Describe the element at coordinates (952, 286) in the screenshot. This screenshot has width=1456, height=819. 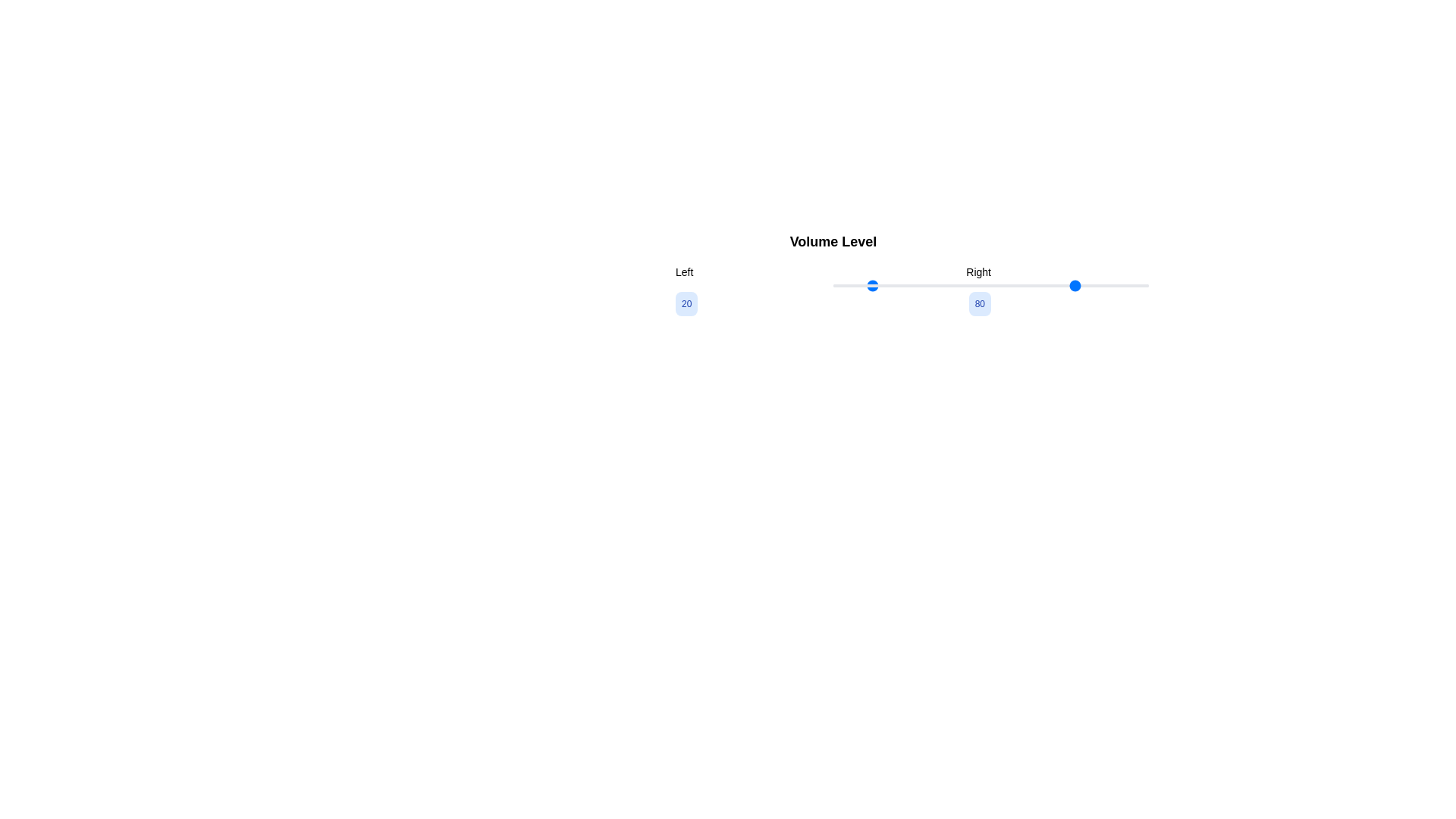
I see `the slider value` at that location.